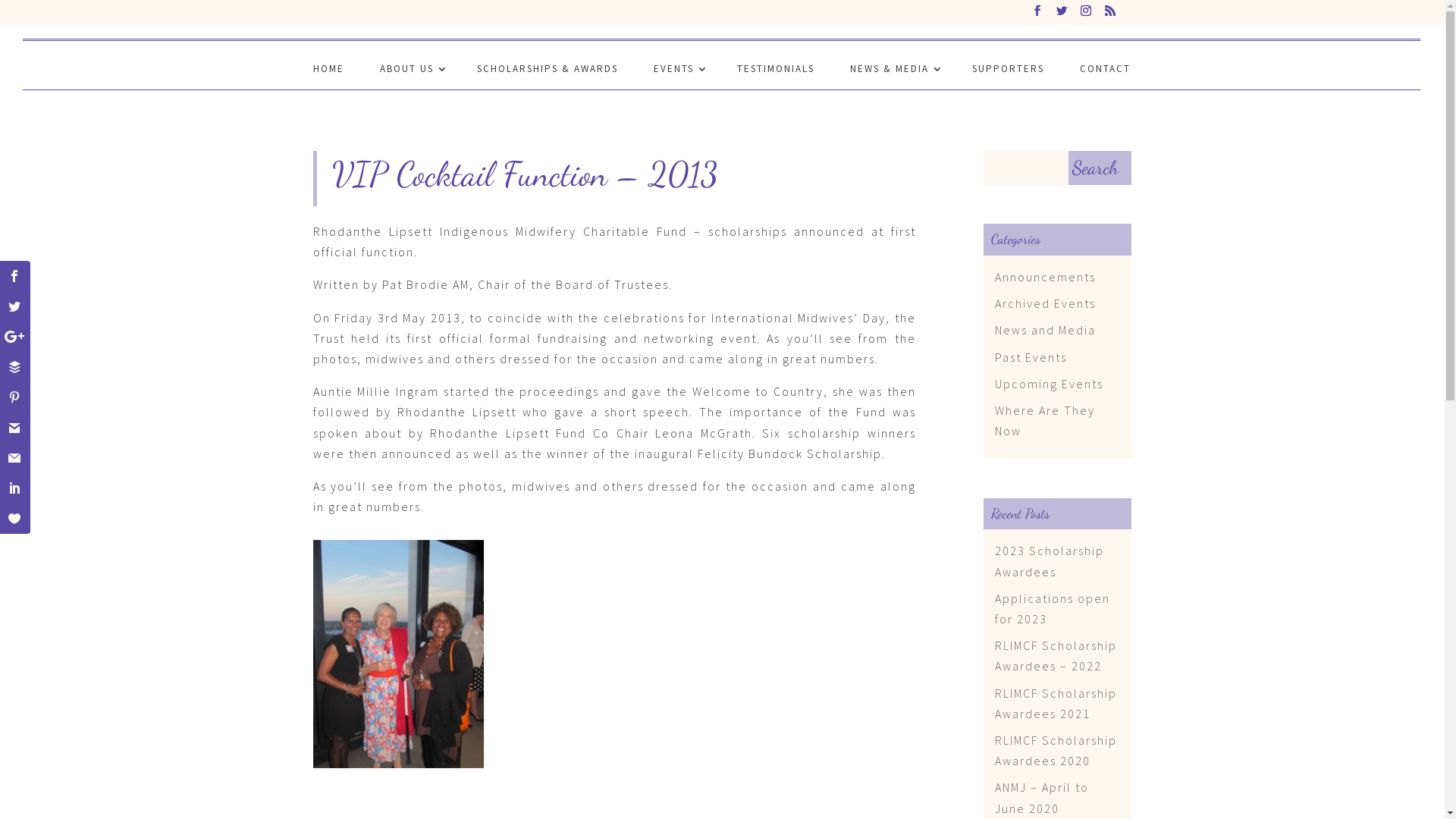 This screenshot has height=819, width=1456. I want to click on '2023 Scholarship Awardees', so click(994, 560).